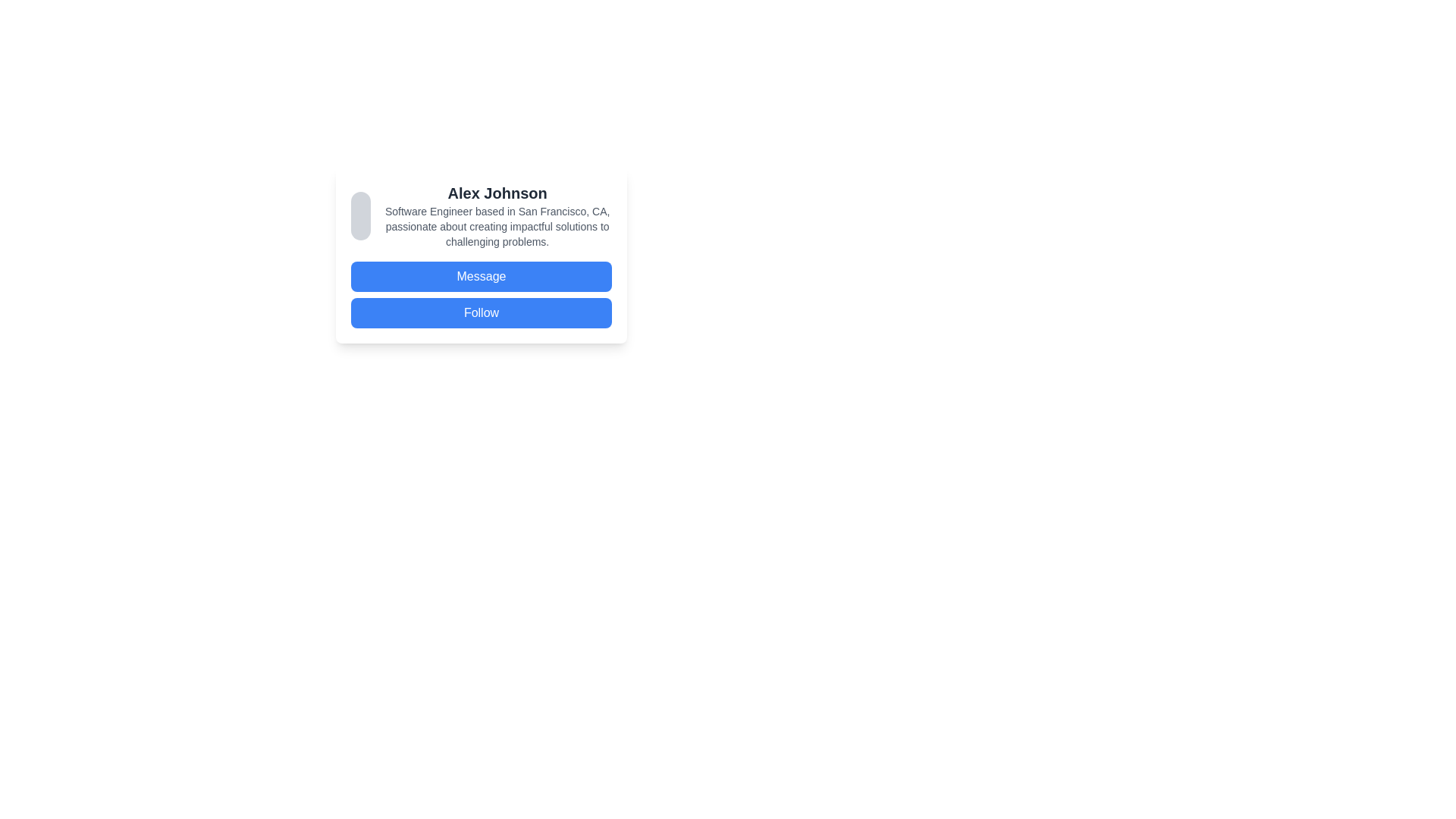 This screenshot has height=819, width=1456. What do you see at coordinates (480, 277) in the screenshot?
I see `the 'Message' button, which is a horizontally aligned button with a blue background and white text, to observe the visual change` at bounding box center [480, 277].